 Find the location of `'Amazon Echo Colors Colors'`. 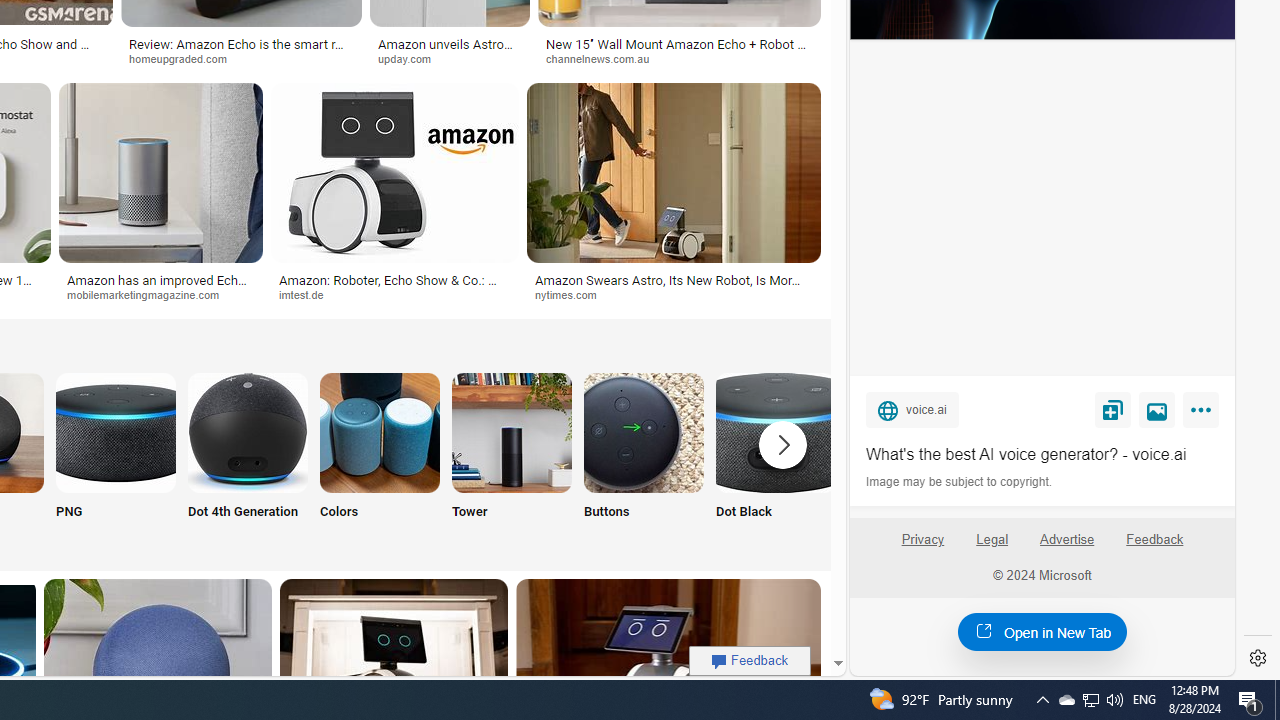

'Amazon Echo Colors Colors' is located at coordinates (380, 458).